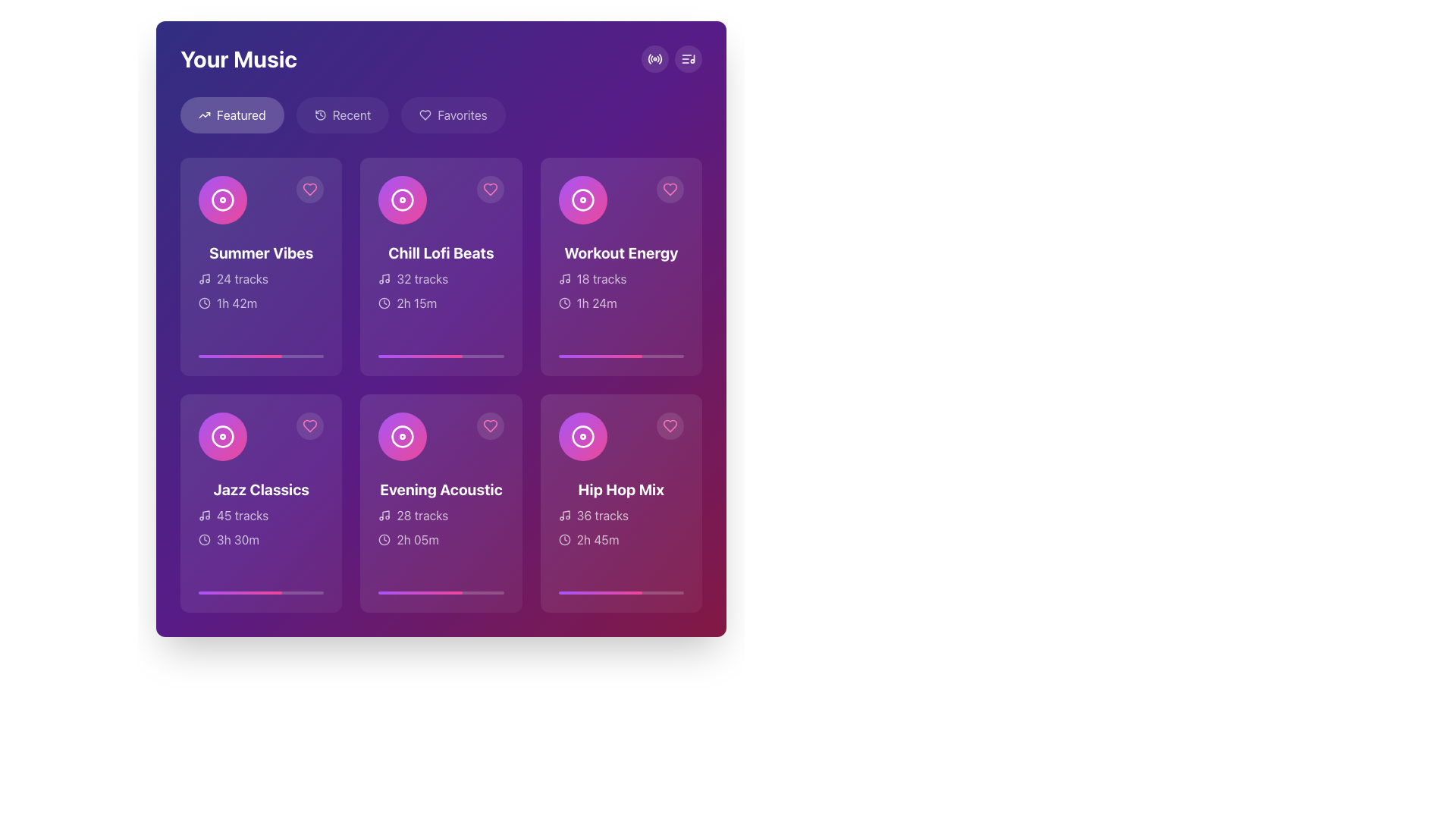 This screenshot has height=819, width=1456. I want to click on the vibrant gradient progress bar located at the bottom of the 'Workout Energy' card, which is positioned directly below the text '1h 24m', so click(599, 356).